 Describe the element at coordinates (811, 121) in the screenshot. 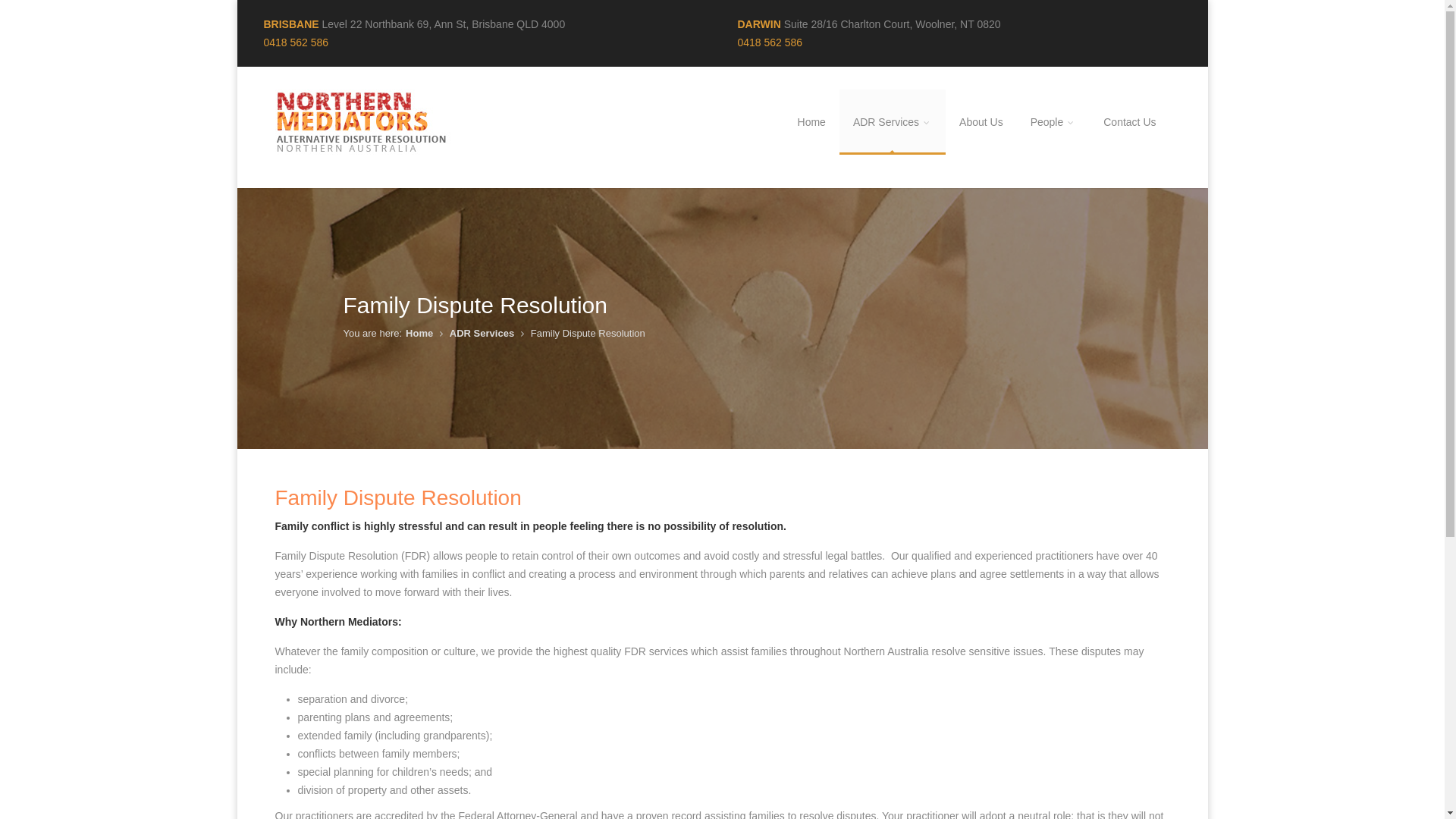

I see `'Home'` at that location.